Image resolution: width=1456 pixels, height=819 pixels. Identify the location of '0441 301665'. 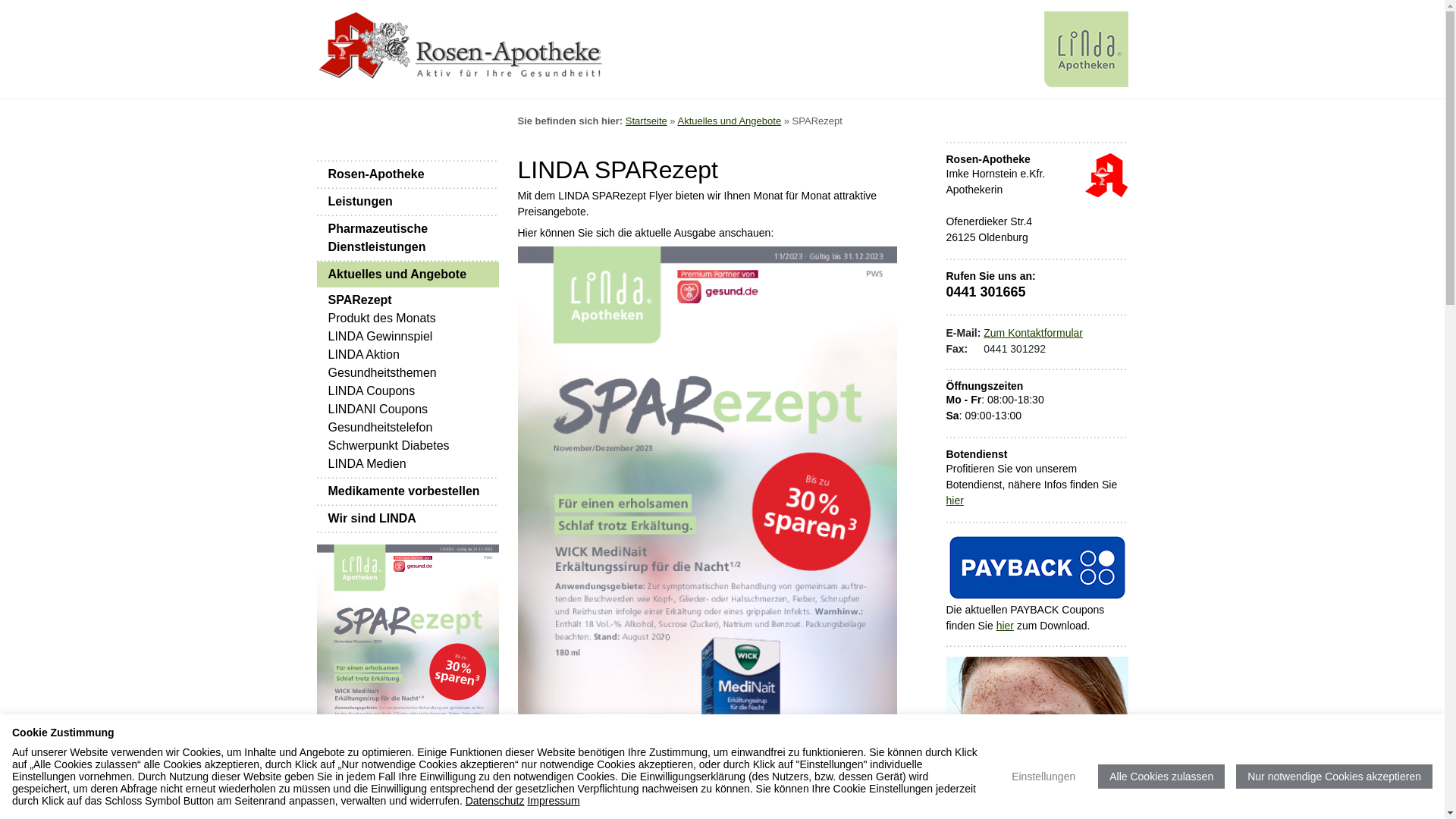
(986, 292).